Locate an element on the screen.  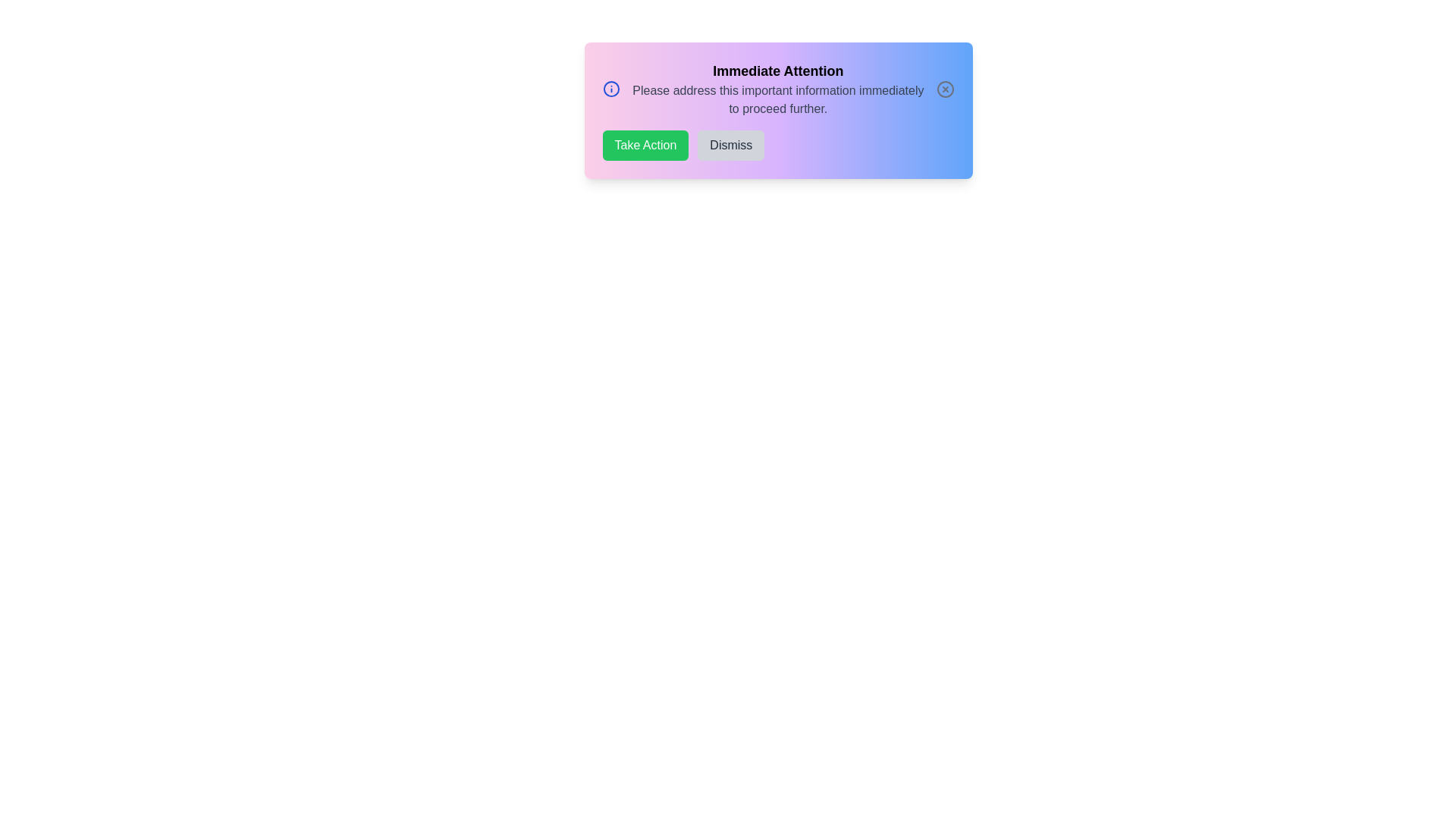
the informational icon to inspect its details is located at coordinates (611, 89).